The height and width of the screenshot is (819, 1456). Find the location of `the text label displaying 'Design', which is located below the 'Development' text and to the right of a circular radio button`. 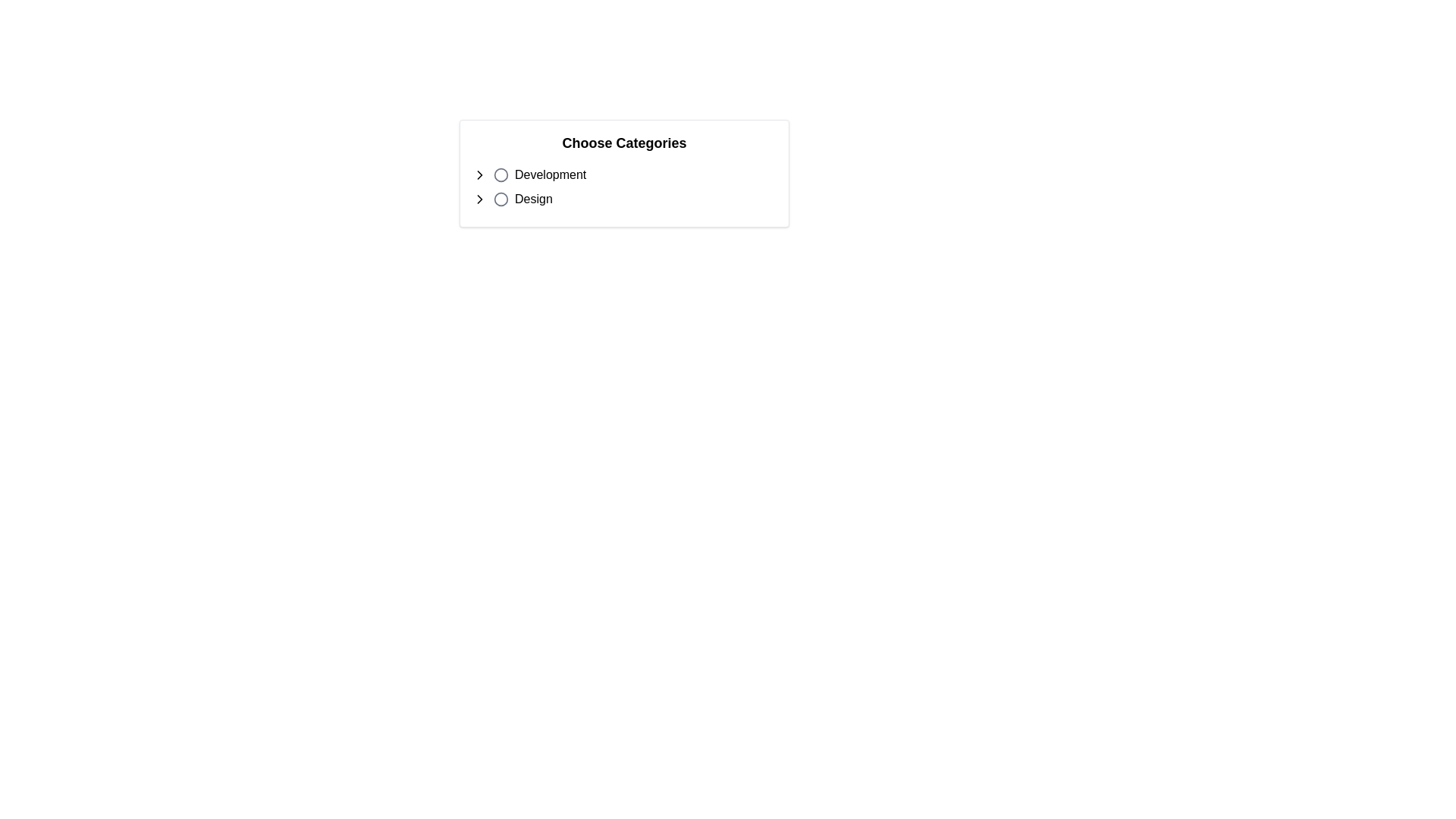

the text label displaying 'Design', which is located below the 'Development' text and to the right of a circular radio button is located at coordinates (533, 198).